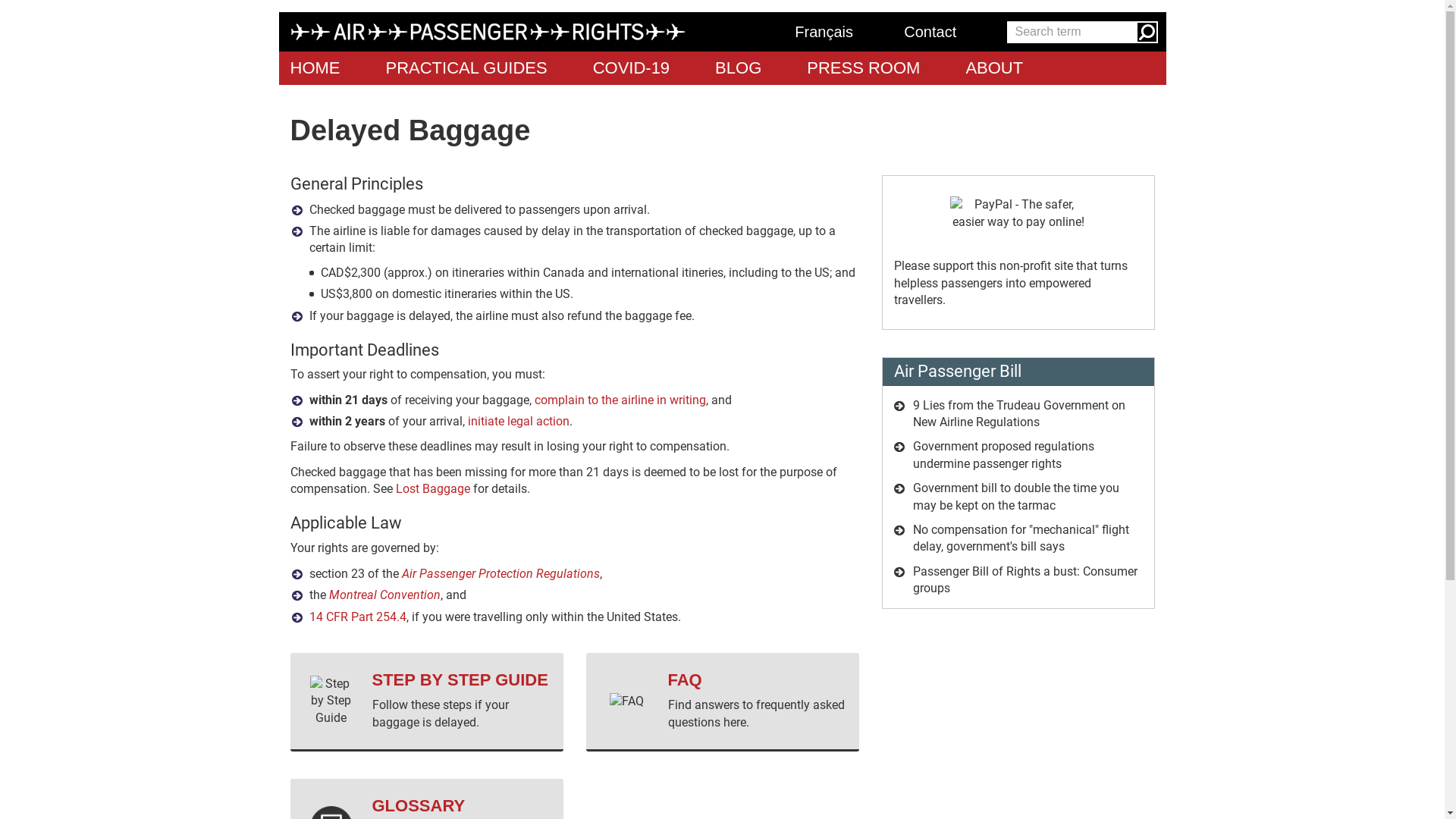 This screenshot has width=1456, height=819. What do you see at coordinates (432, 488) in the screenshot?
I see `'Lost Baggage'` at bounding box center [432, 488].